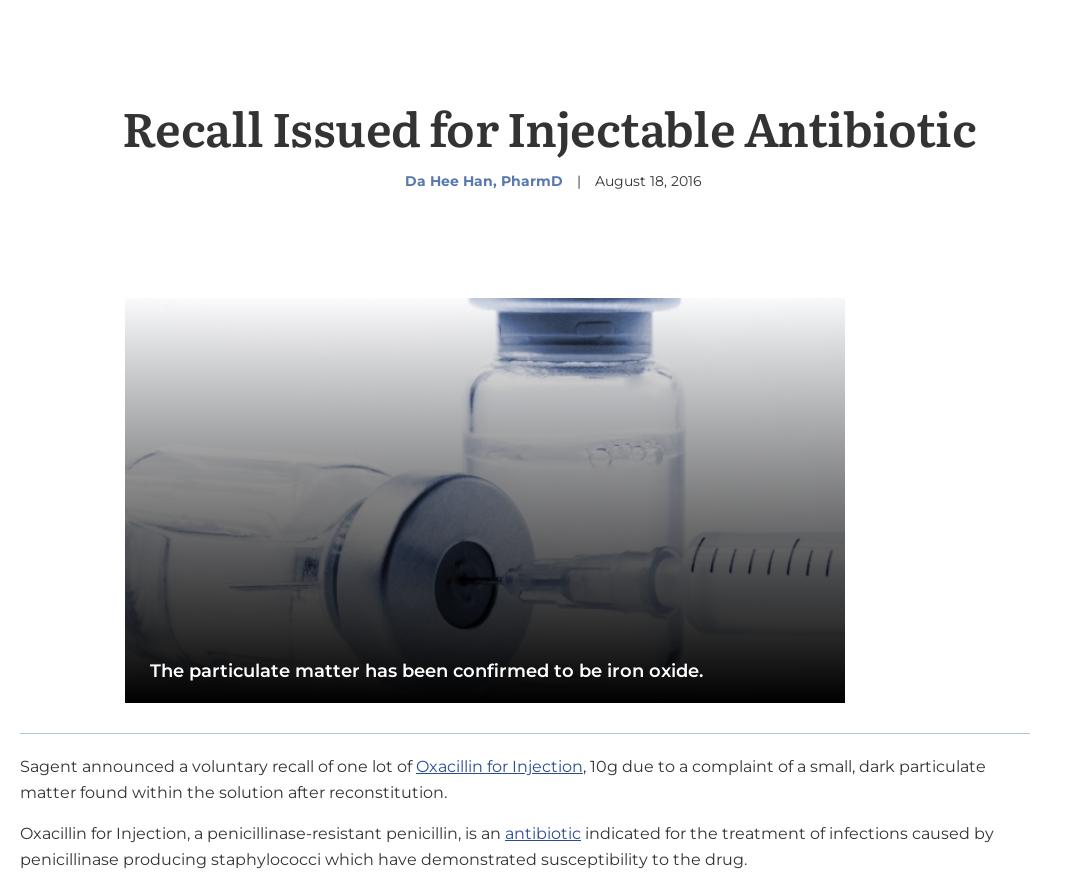 The height and width of the screenshot is (894, 1088). What do you see at coordinates (473, 866) in the screenshot?
I see `'Remarkable healthcare content'` at bounding box center [473, 866].